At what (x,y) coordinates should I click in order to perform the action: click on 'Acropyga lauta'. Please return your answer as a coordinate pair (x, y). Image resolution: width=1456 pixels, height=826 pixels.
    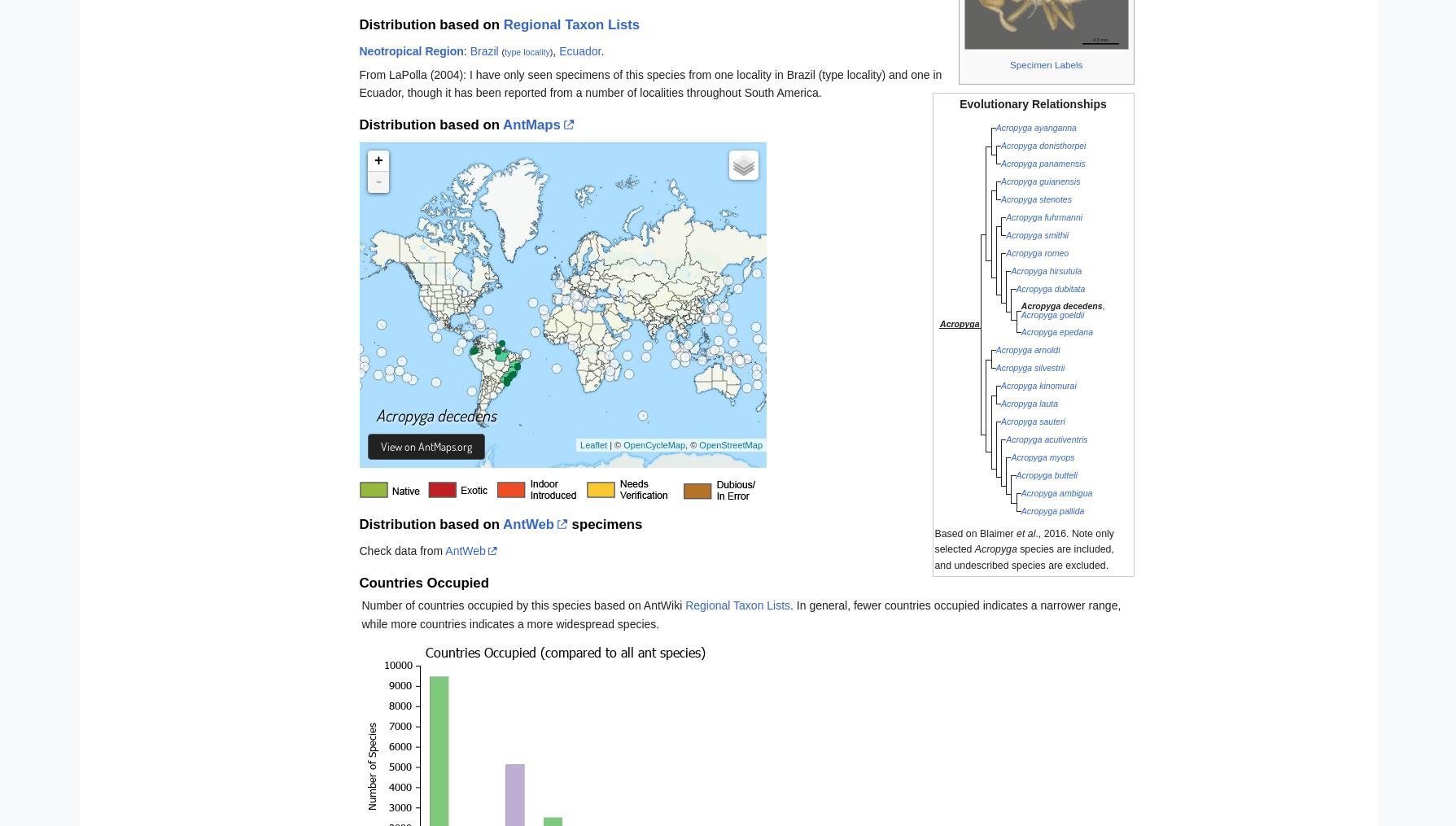
    Looking at the image, I should click on (1028, 403).